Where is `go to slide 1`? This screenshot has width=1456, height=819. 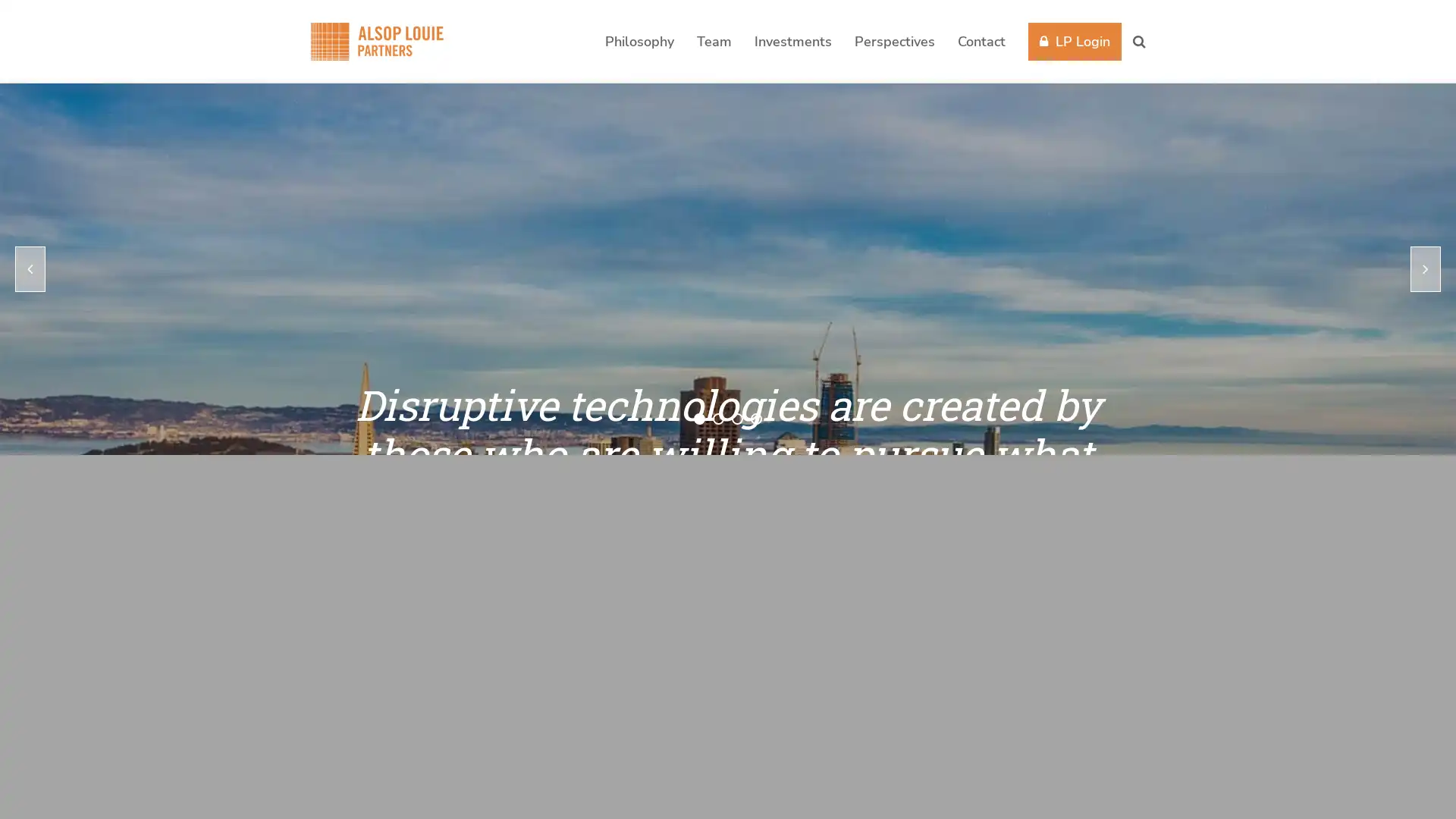
go to slide 1 is located at coordinates (698, 783).